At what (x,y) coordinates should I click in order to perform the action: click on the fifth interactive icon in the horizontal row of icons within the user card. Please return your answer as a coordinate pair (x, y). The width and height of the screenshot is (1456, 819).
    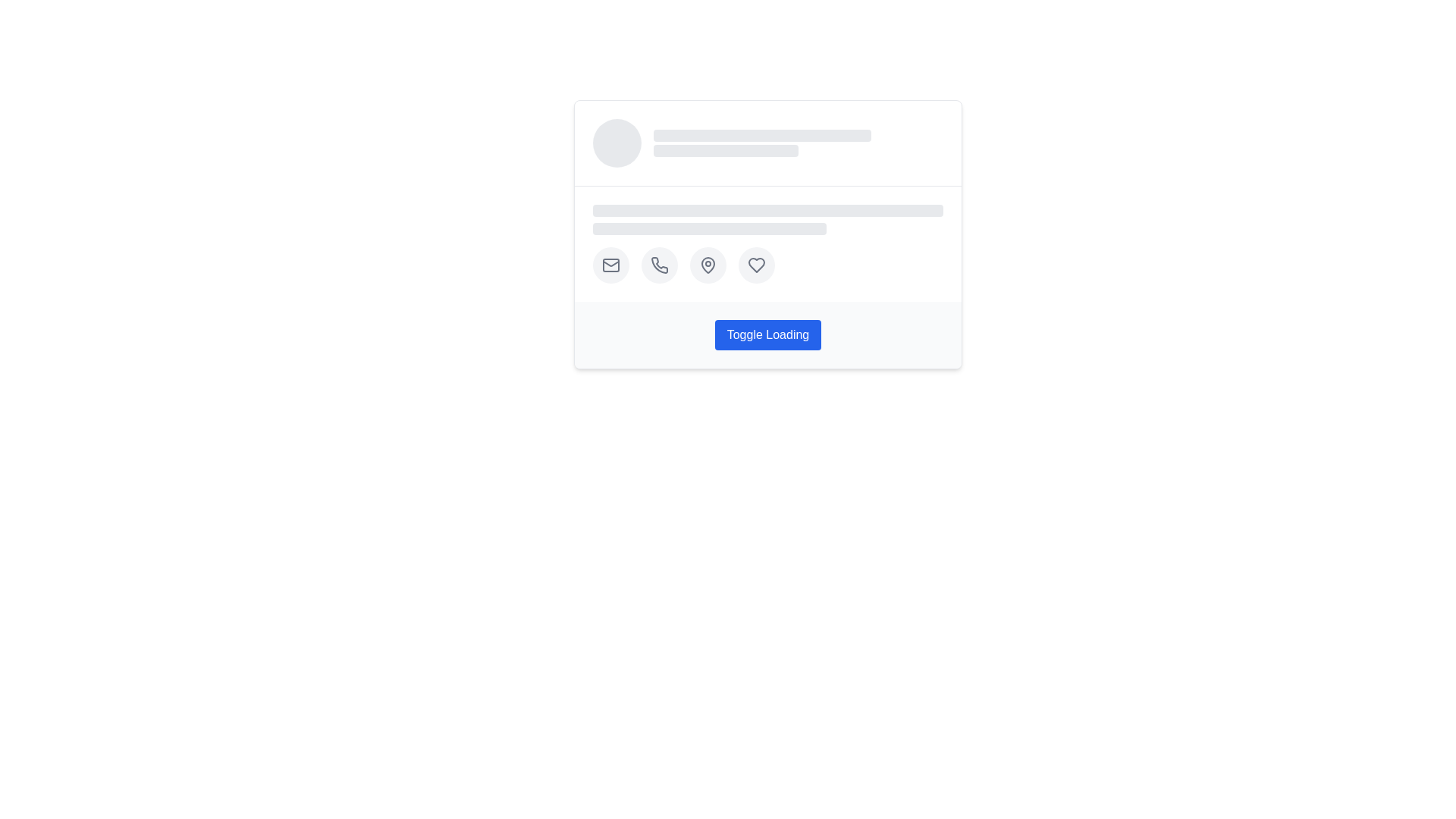
    Looking at the image, I should click on (757, 265).